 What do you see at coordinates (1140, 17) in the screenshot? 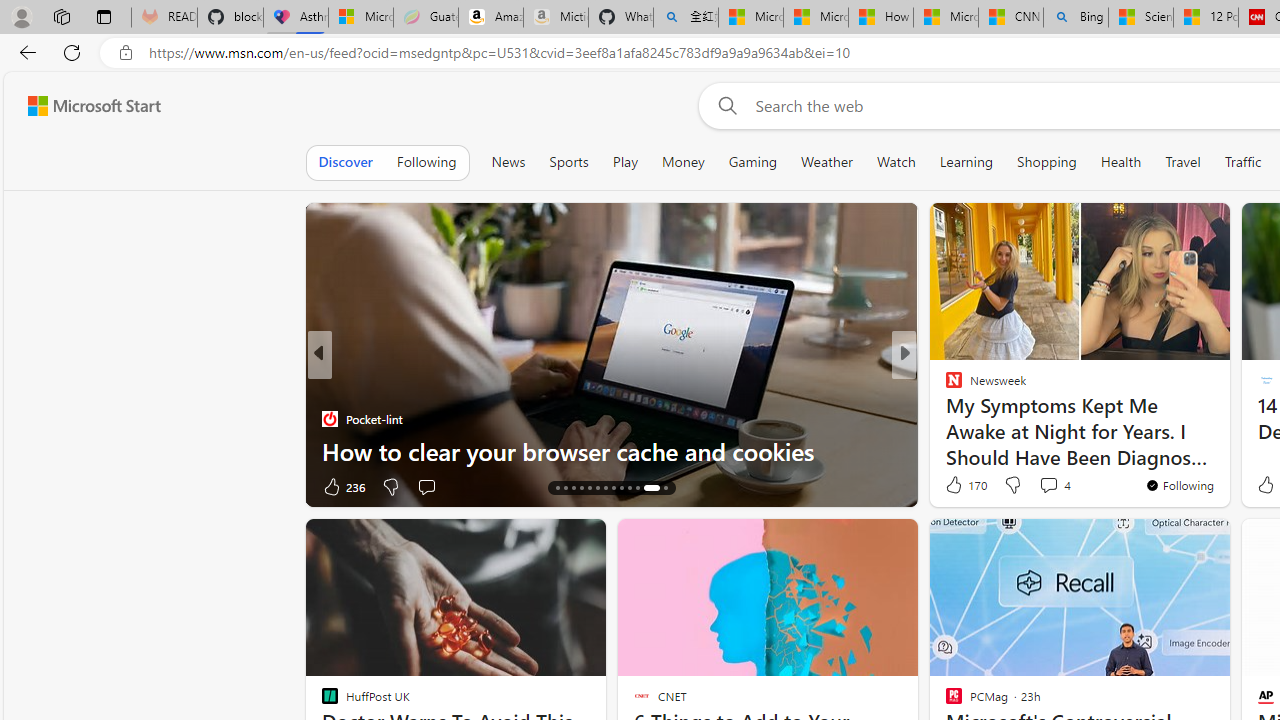
I see `'Science - MSN'` at bounding box center [1140, 17].